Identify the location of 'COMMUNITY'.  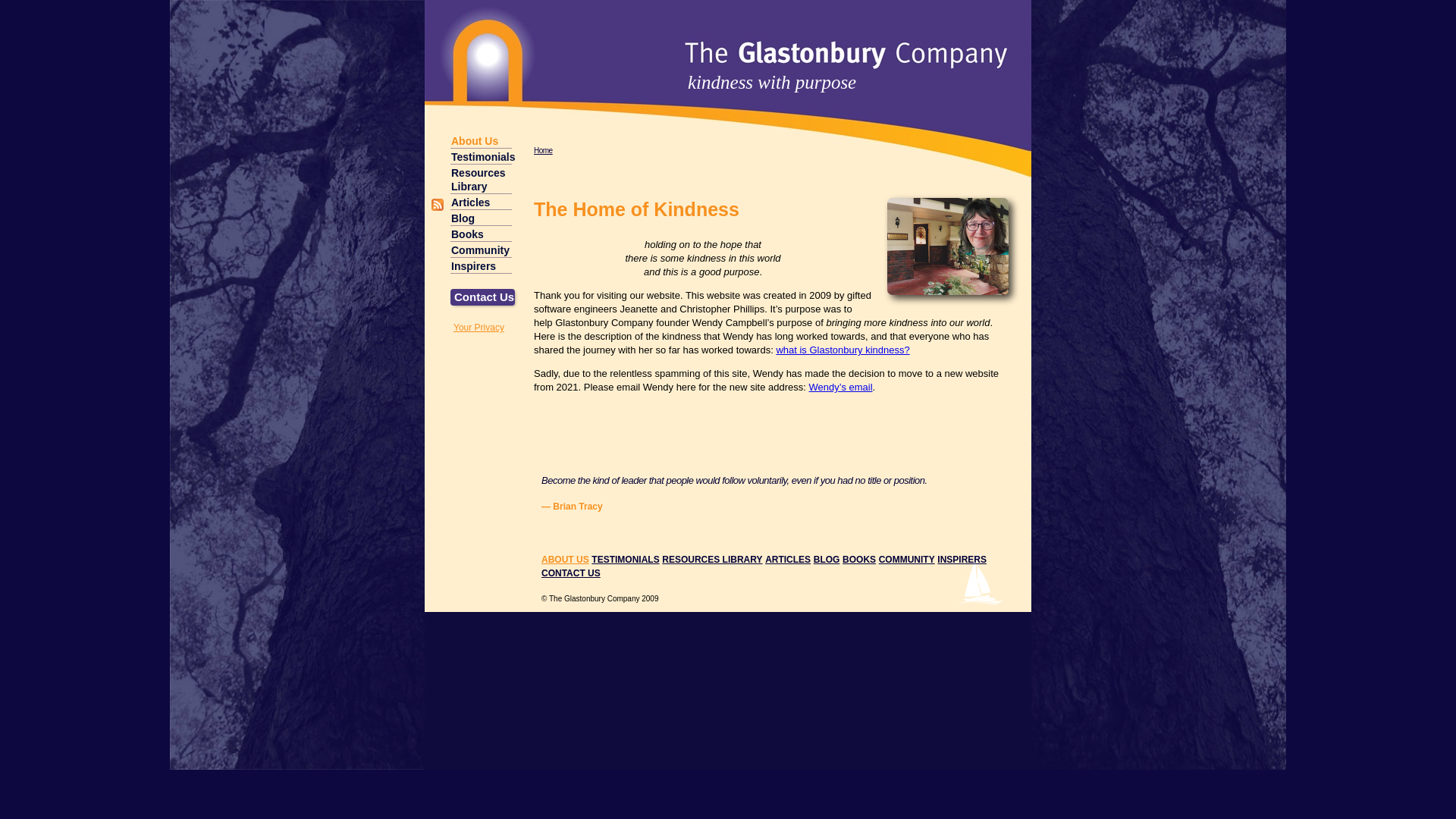
(906, 559).